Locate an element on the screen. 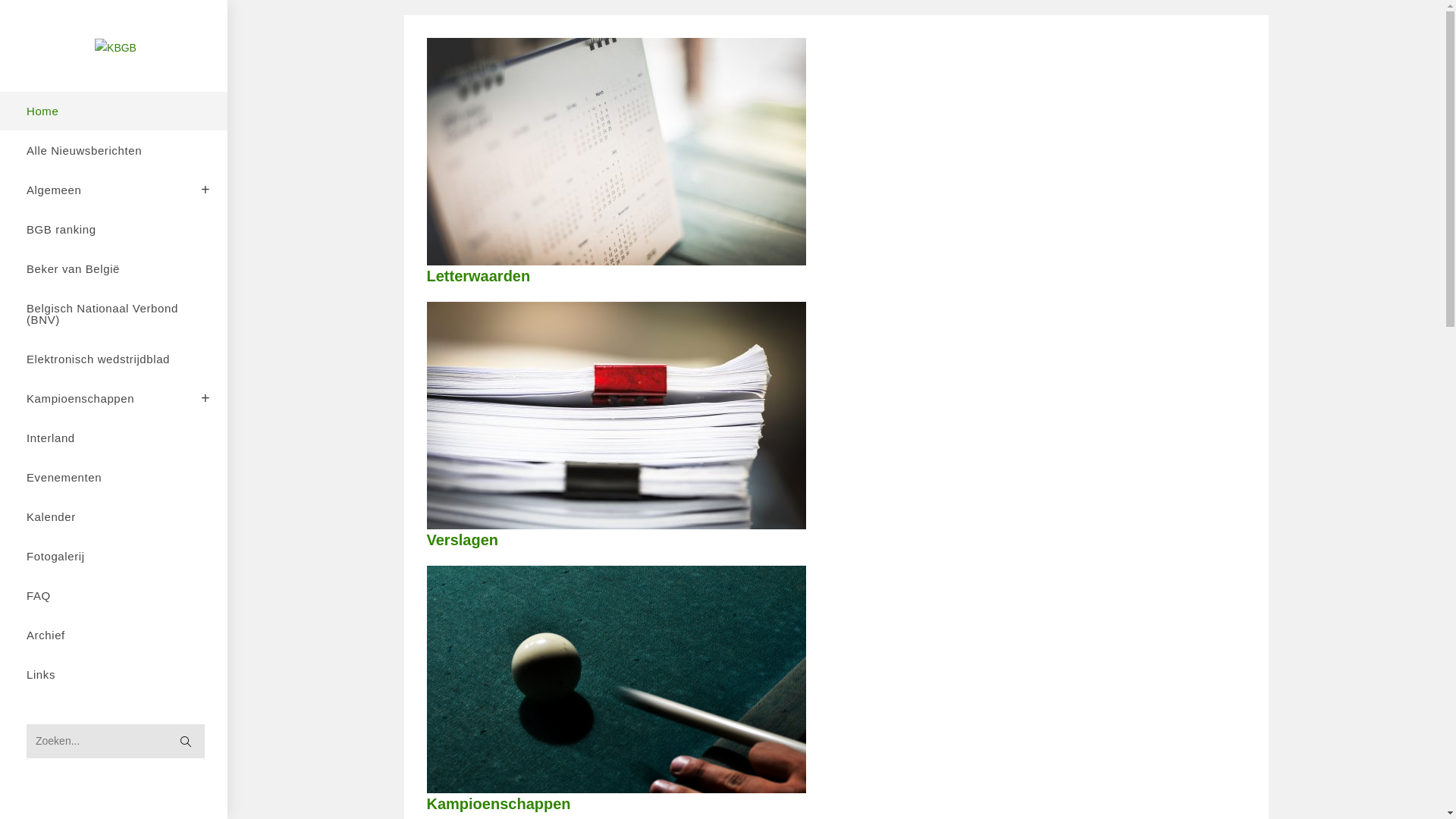  'FAQ' is located at coordinates (112, 595).